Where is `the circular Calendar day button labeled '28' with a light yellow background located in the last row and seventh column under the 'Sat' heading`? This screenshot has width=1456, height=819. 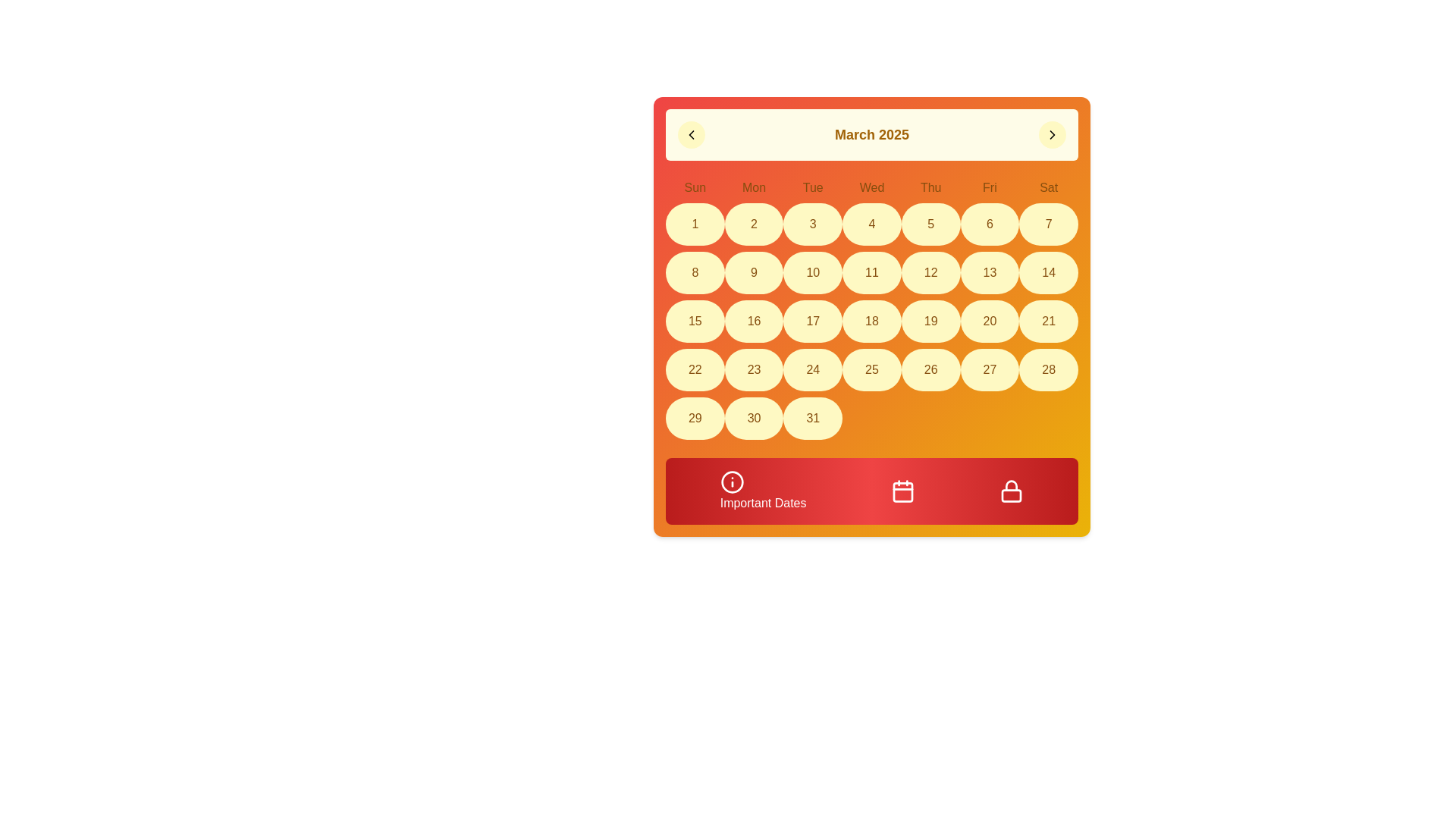
the circular Calendar day button labeled '28' with a light yellow background located in the last row and seventh column under the 'Sat' heading is located at coordinates (1048, 370).